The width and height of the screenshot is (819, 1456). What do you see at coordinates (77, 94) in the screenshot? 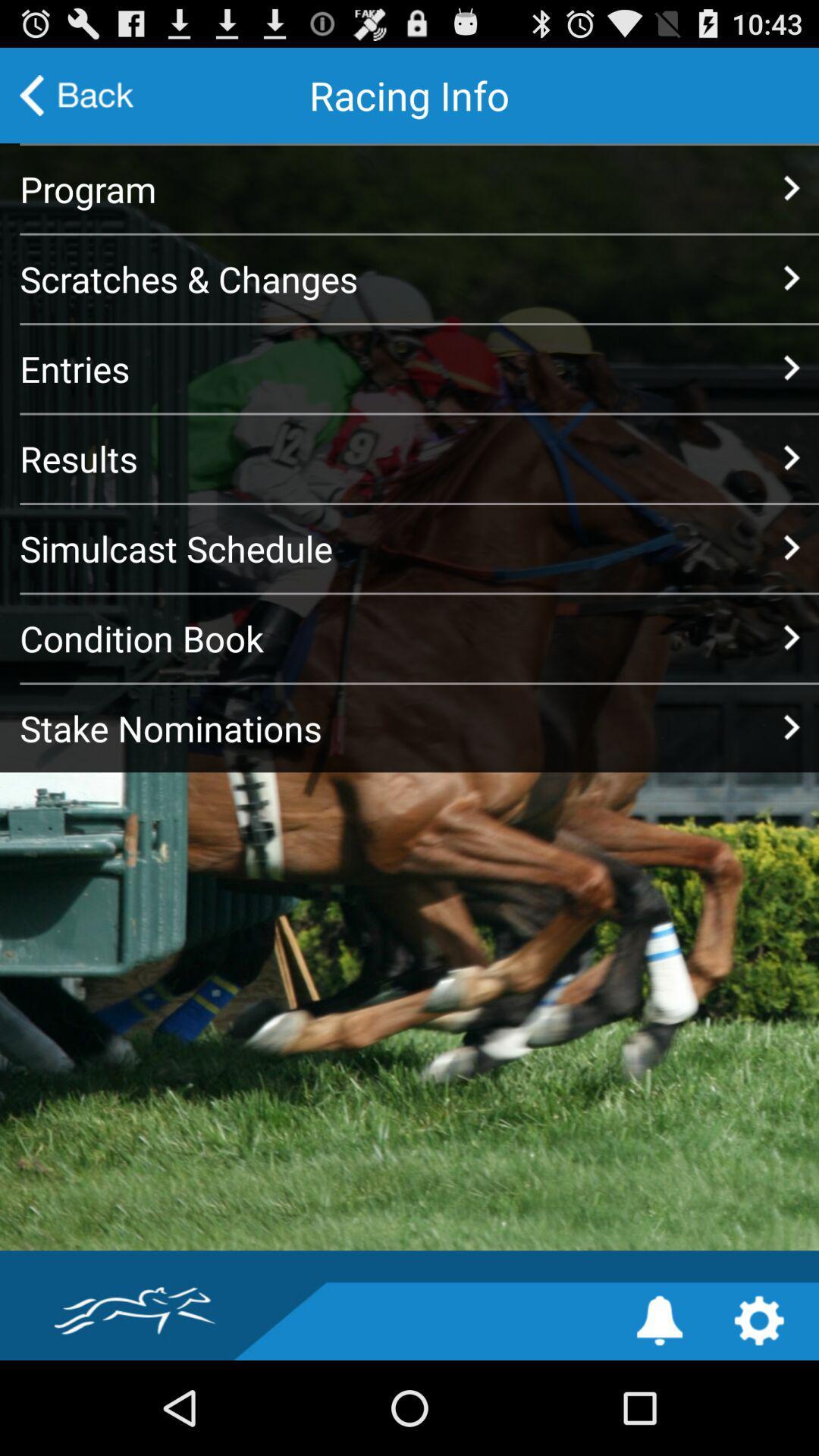
I see `the icon at the top left corner` at bounding box center [77, 94].